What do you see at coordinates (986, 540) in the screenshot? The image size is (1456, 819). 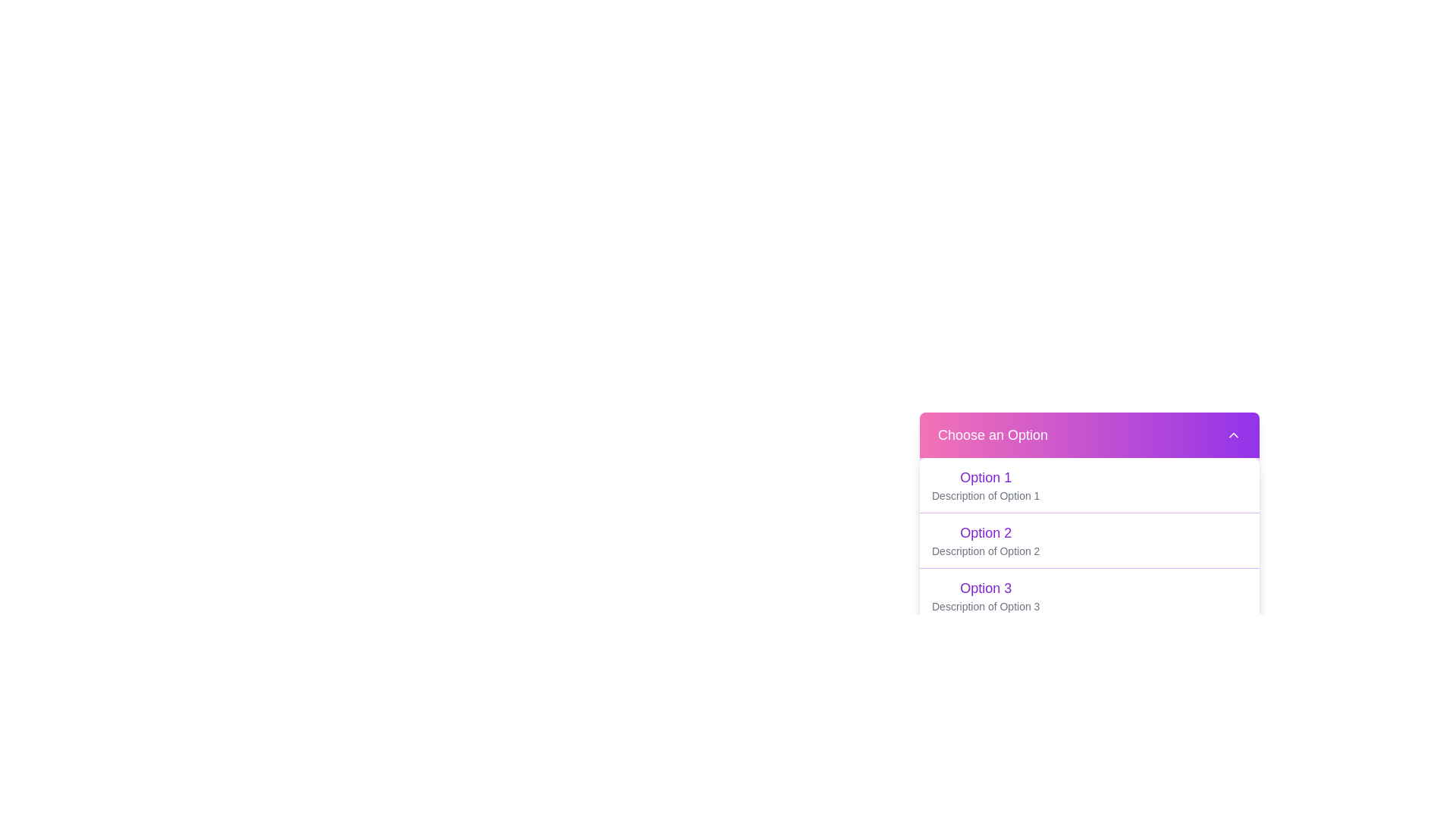 I see `displayed information from the label describing 'Option 2', which is located in the center of the selectable dropdown interface under the purple header 'Choose an Option'` at bounding box center [986, 540].